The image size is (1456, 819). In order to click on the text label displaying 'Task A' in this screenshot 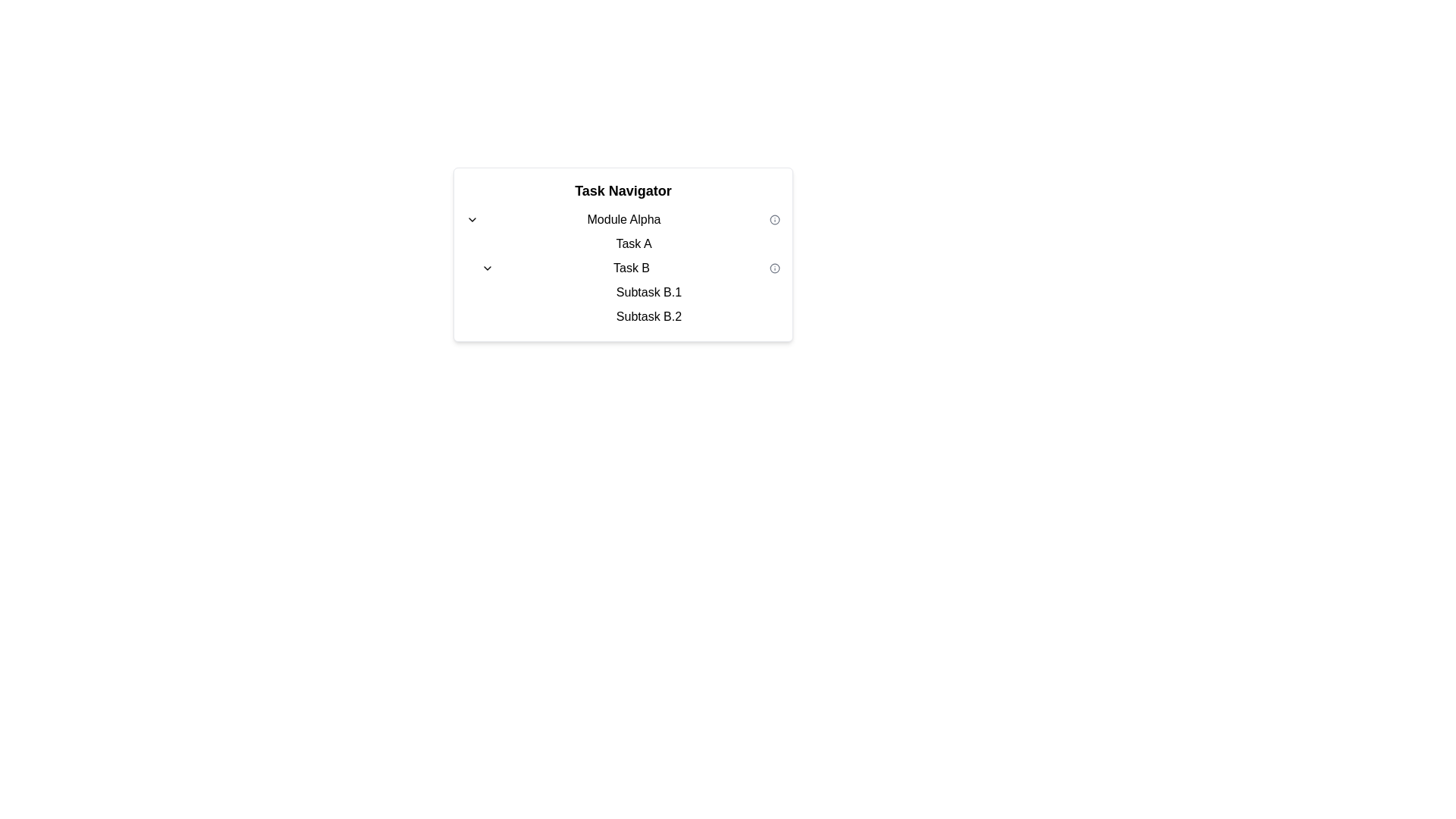, I will do `click(633, 243)`.